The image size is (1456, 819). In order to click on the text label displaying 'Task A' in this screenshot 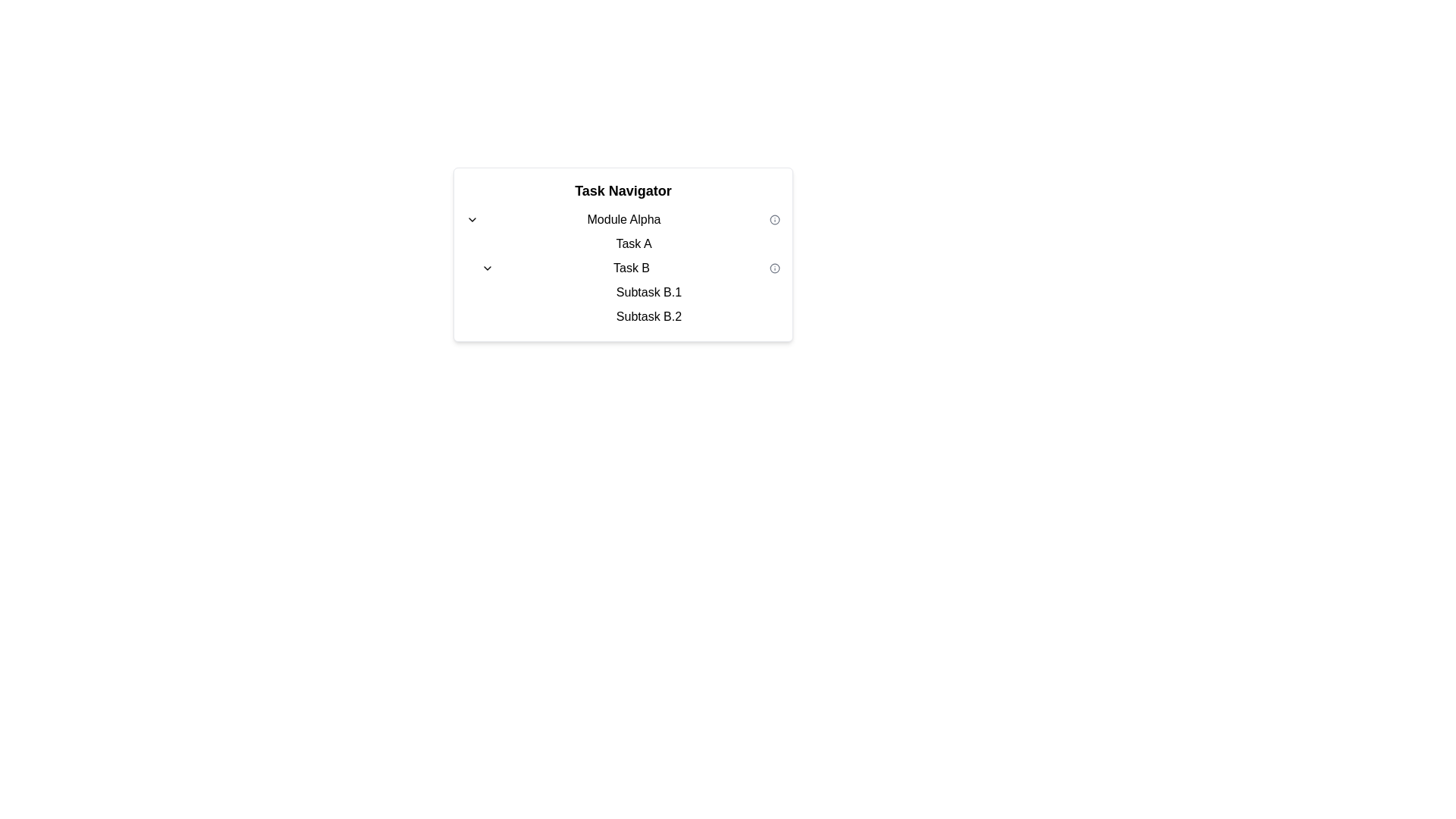, I will do `click(633, 243)`.